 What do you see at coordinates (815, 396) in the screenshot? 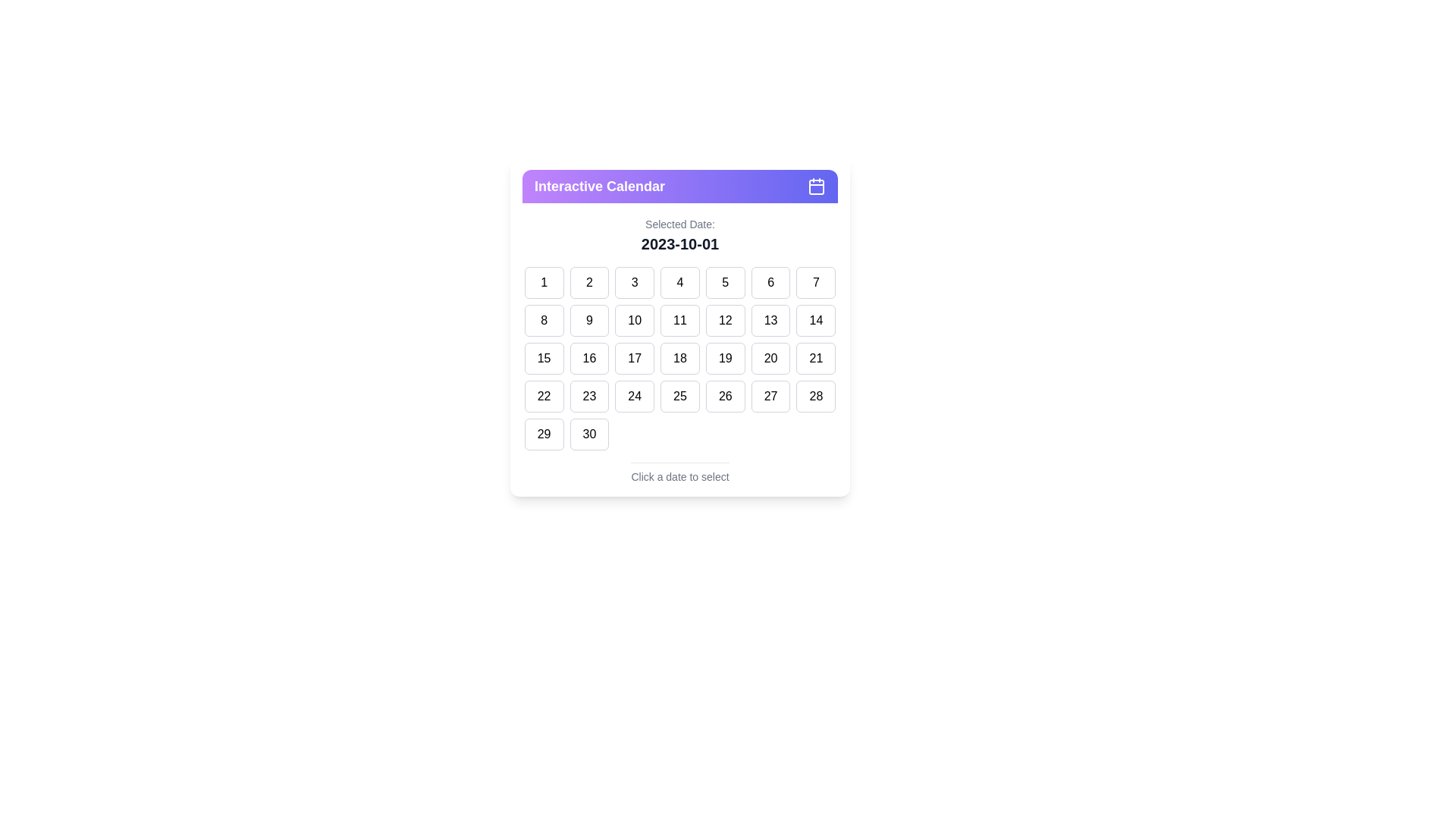
I see `the square-shaped button displaying the number '28'` at bounding box center [815, 396].